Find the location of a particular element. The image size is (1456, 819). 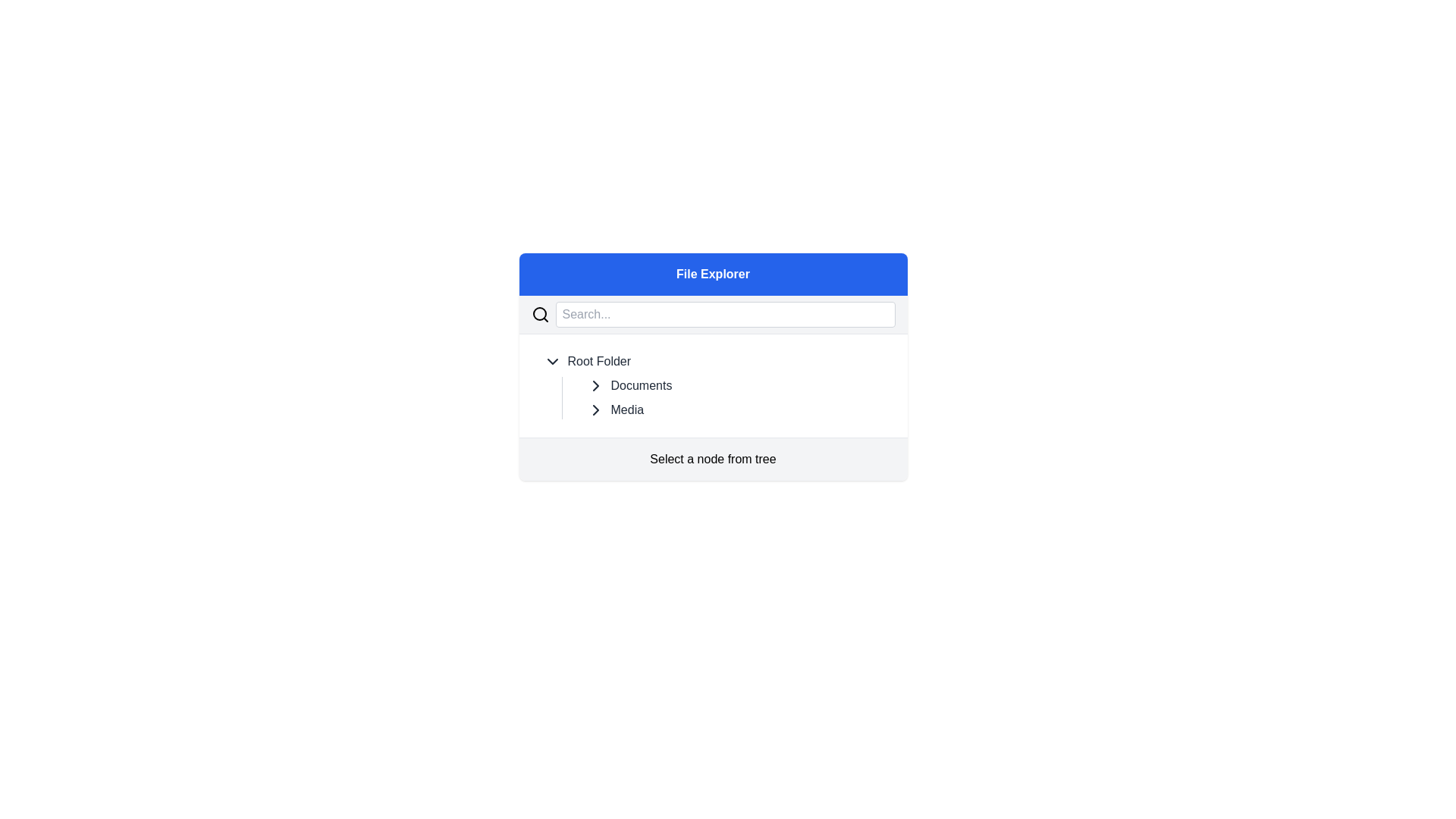

the arrow icon pointing to the right, which is located underneath the 'Root Folder' text and adjacent to the 'Documents' folder label, to potentially display a tooltip is located at coordinates (595, 409).